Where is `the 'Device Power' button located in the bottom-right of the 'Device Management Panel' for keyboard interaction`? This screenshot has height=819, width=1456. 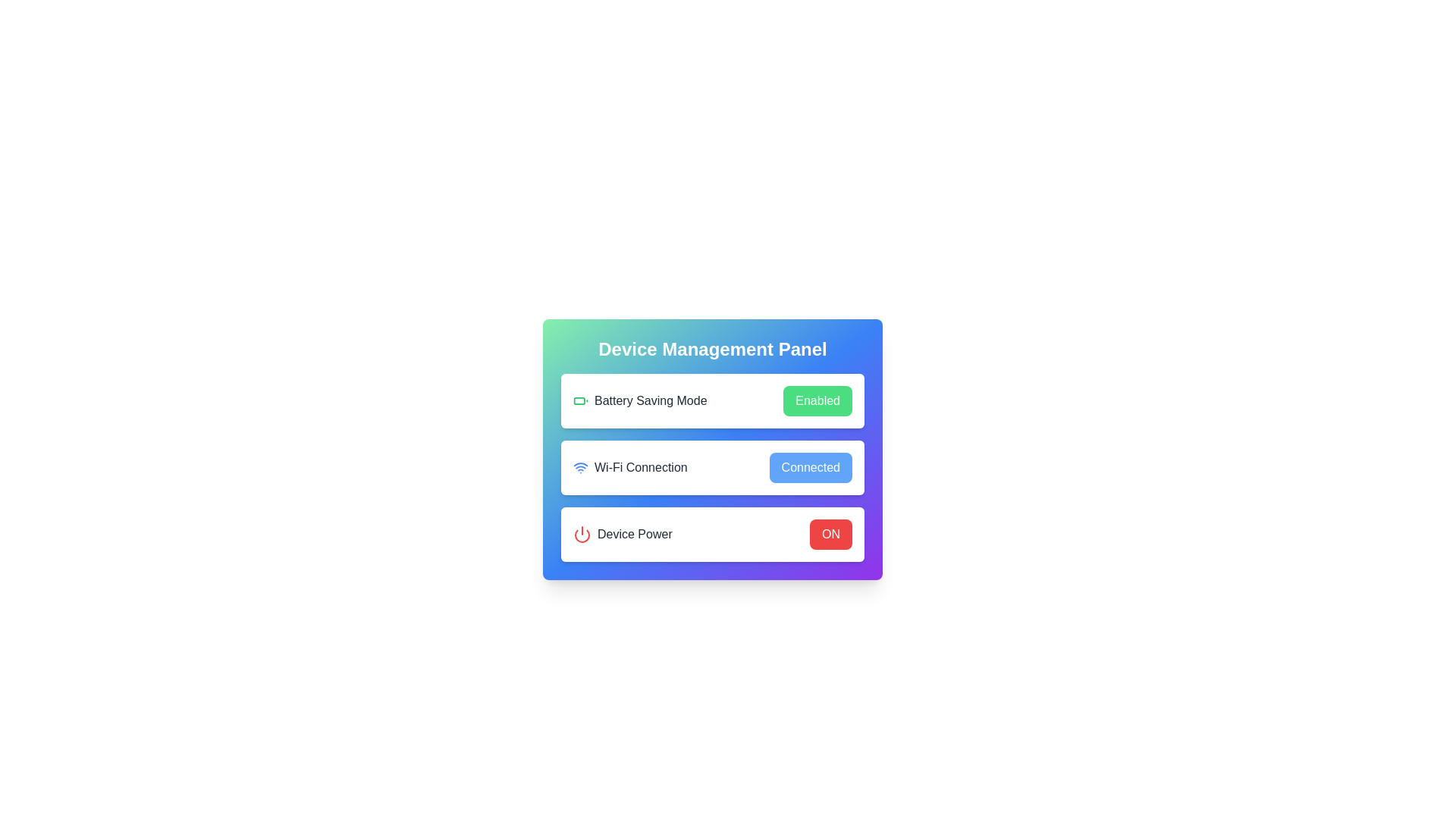 the 'Device Power' button located in the bottom-right of the 'Device Management Panel' for keyboard interaction is located at coordinates (830, 534).